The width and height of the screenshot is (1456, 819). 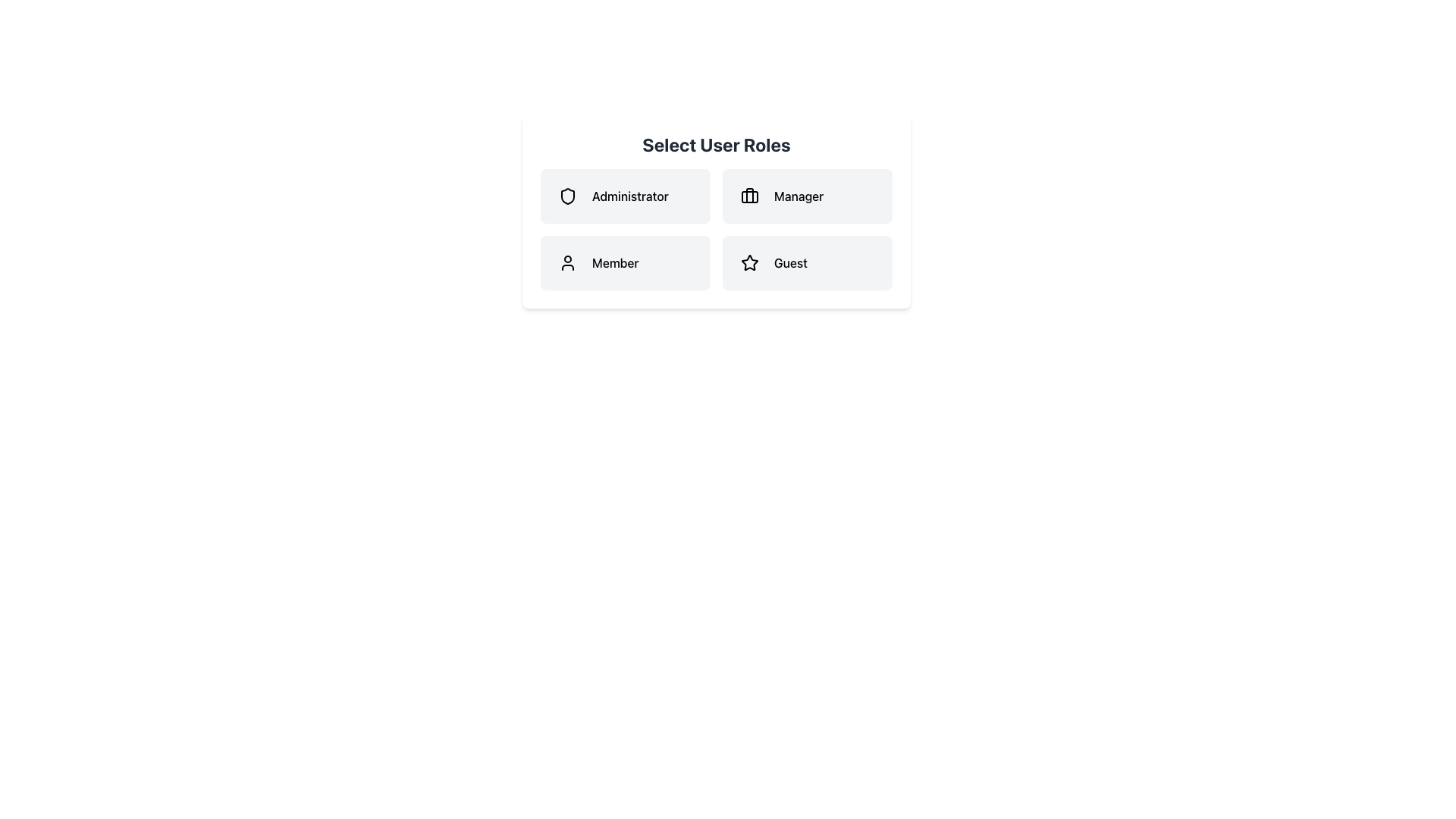 I want to click on 'Administrator' icon located at the top left corner of the 'Select User Roles' card for details, so click(x=566, y=195).